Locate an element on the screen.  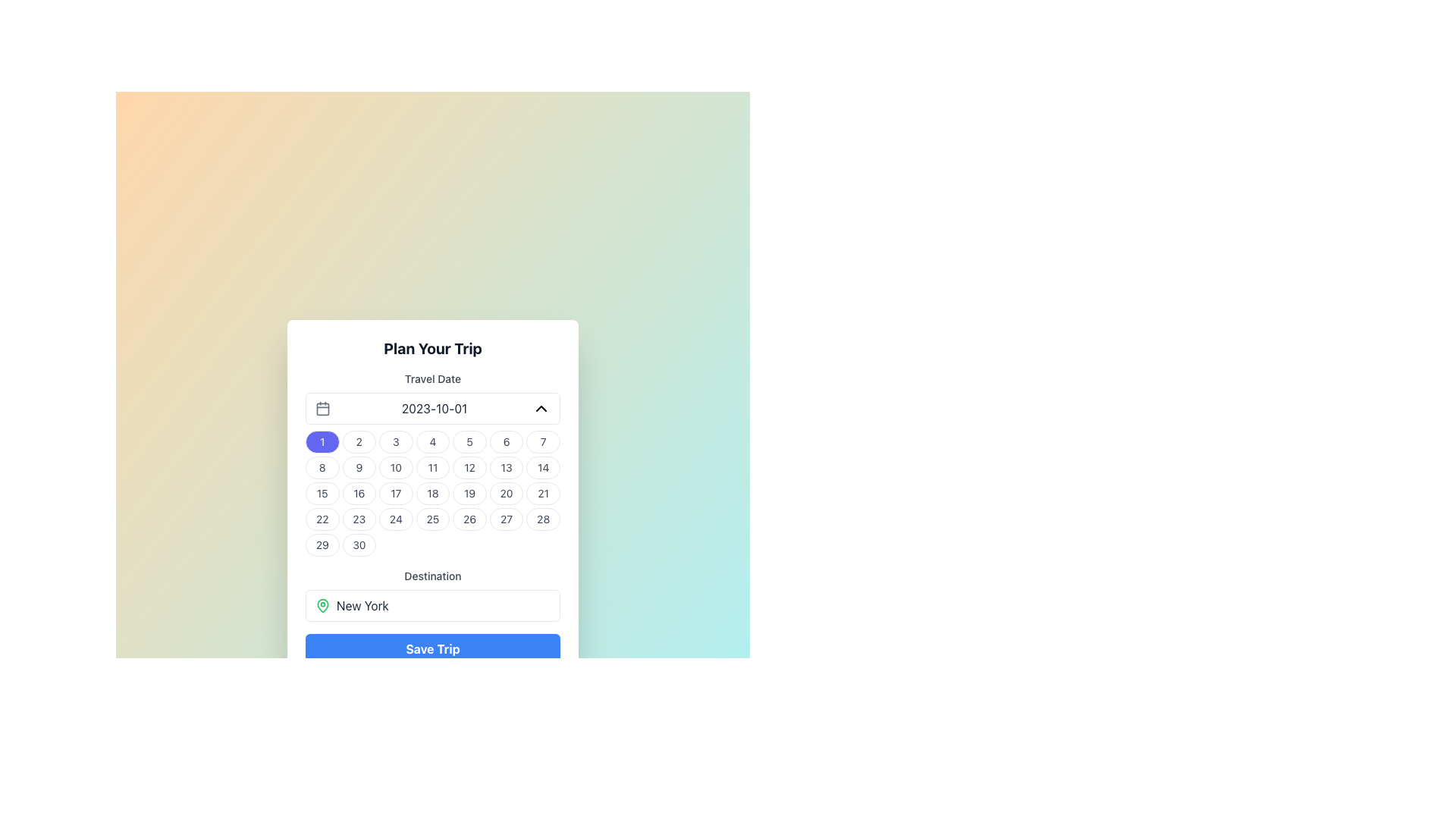
the circular button with the number '21' at its center for keyboard interaction is located at coordinates (543, 494).